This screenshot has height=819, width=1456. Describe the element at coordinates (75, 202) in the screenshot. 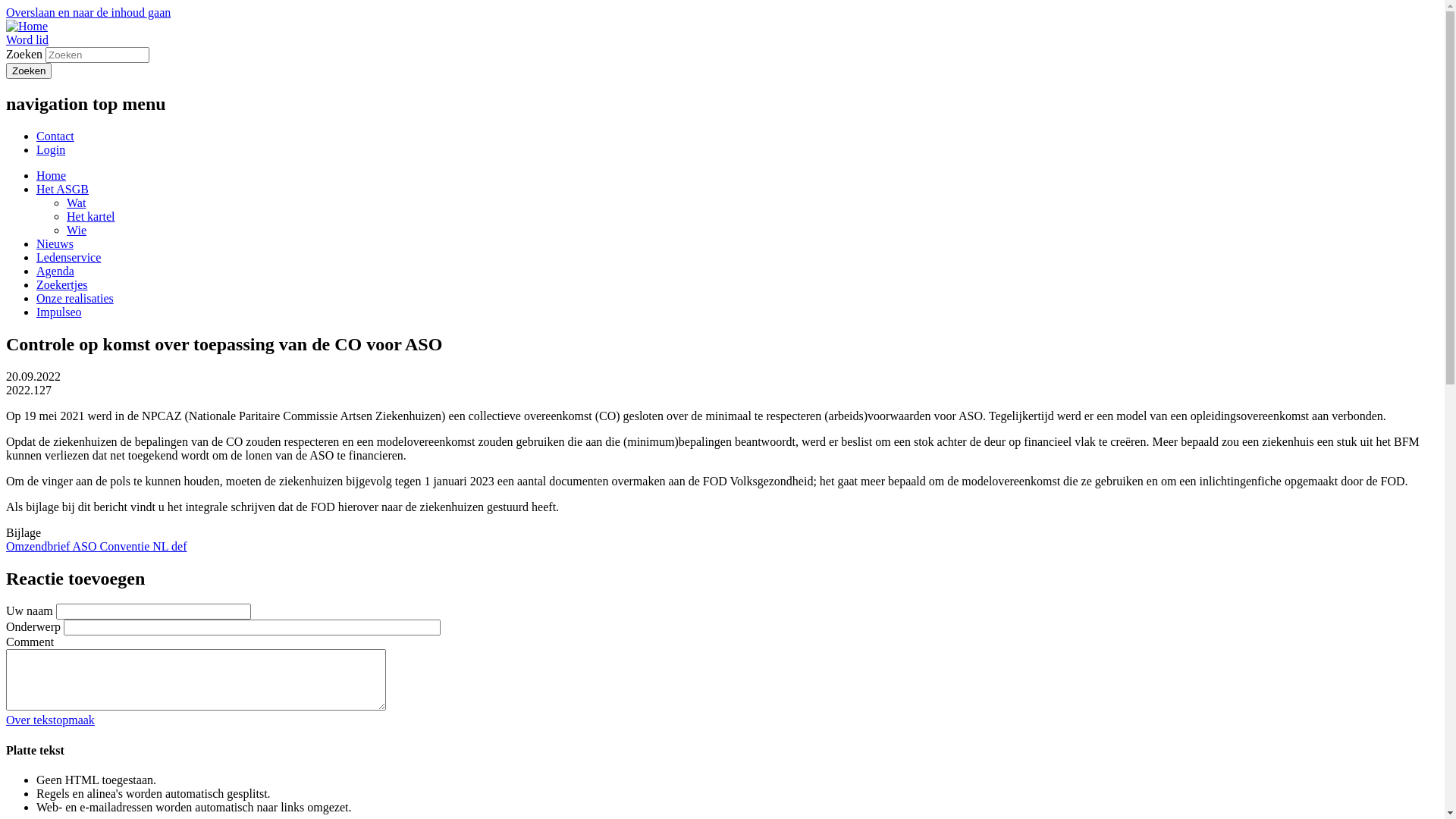

I see `'Wat'` at that location.